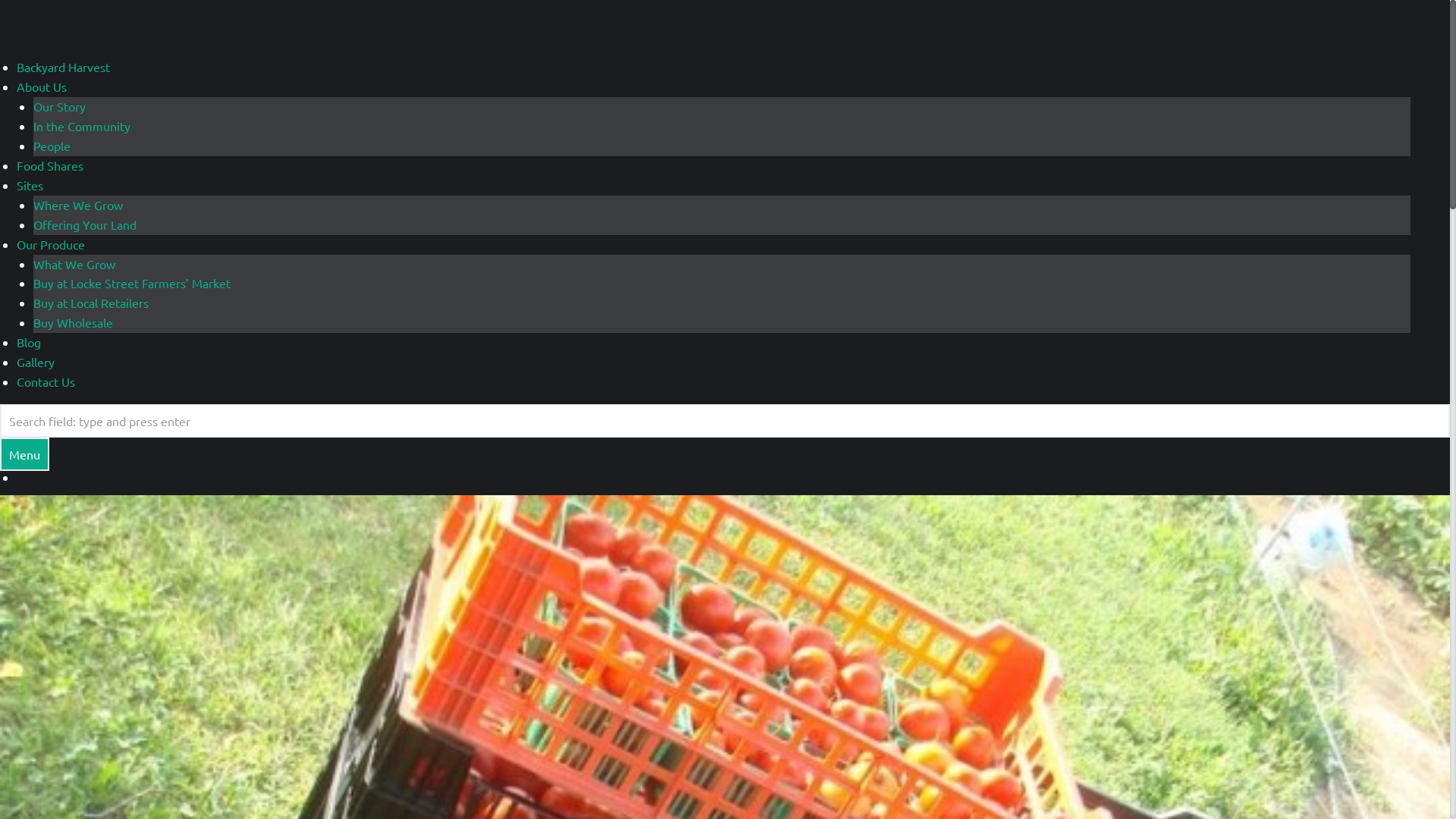  I want to click on 'Our Produce', so click(51, 243).